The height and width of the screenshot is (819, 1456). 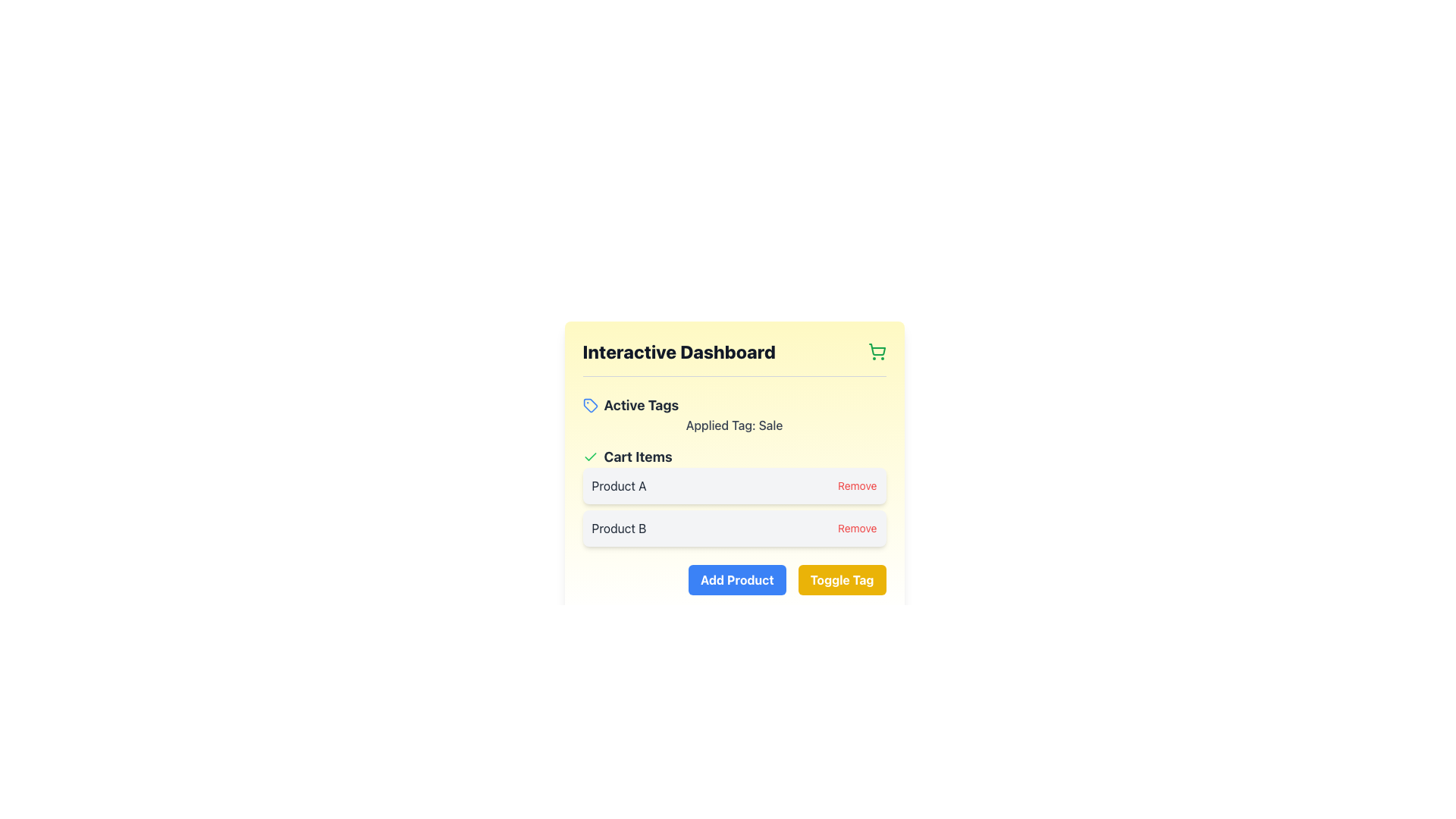 I want to click on the 'Active Tags' and 'Cart Items' section of the interactive dashboard, so click(x=734, y=470).